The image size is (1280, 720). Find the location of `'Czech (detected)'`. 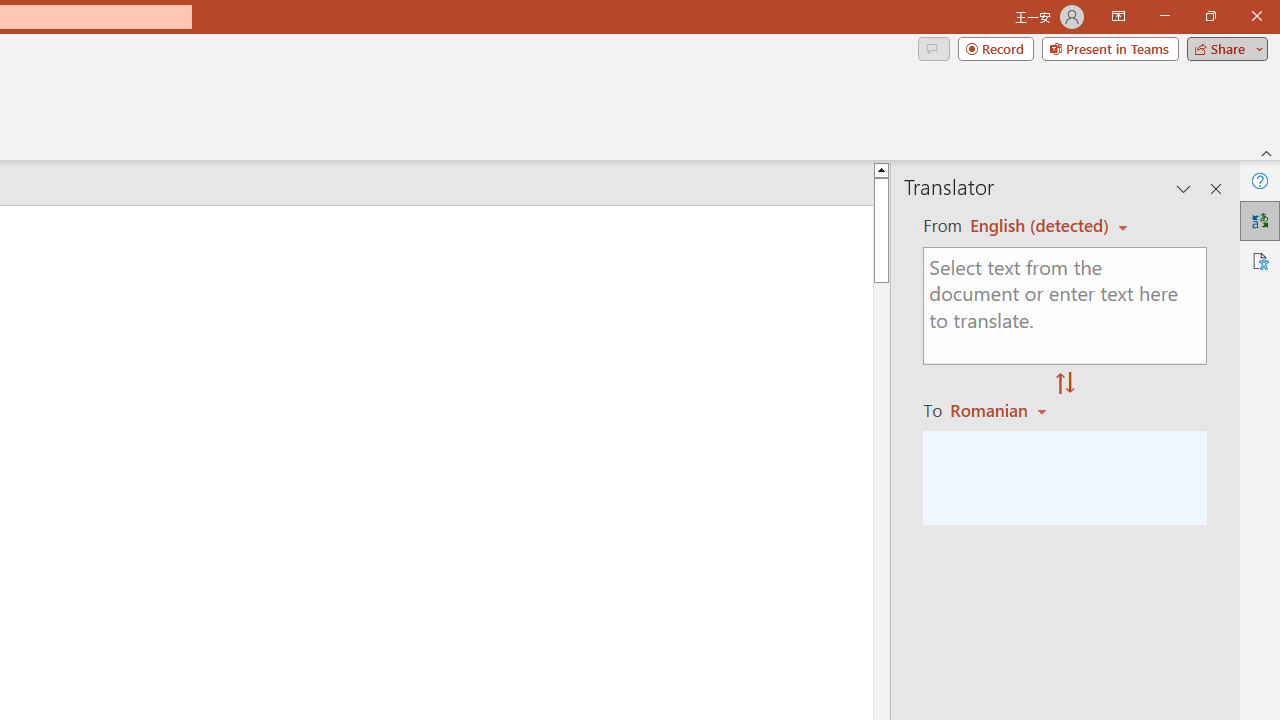

'Czech (detected)' is located at coordinates (1040, 225).